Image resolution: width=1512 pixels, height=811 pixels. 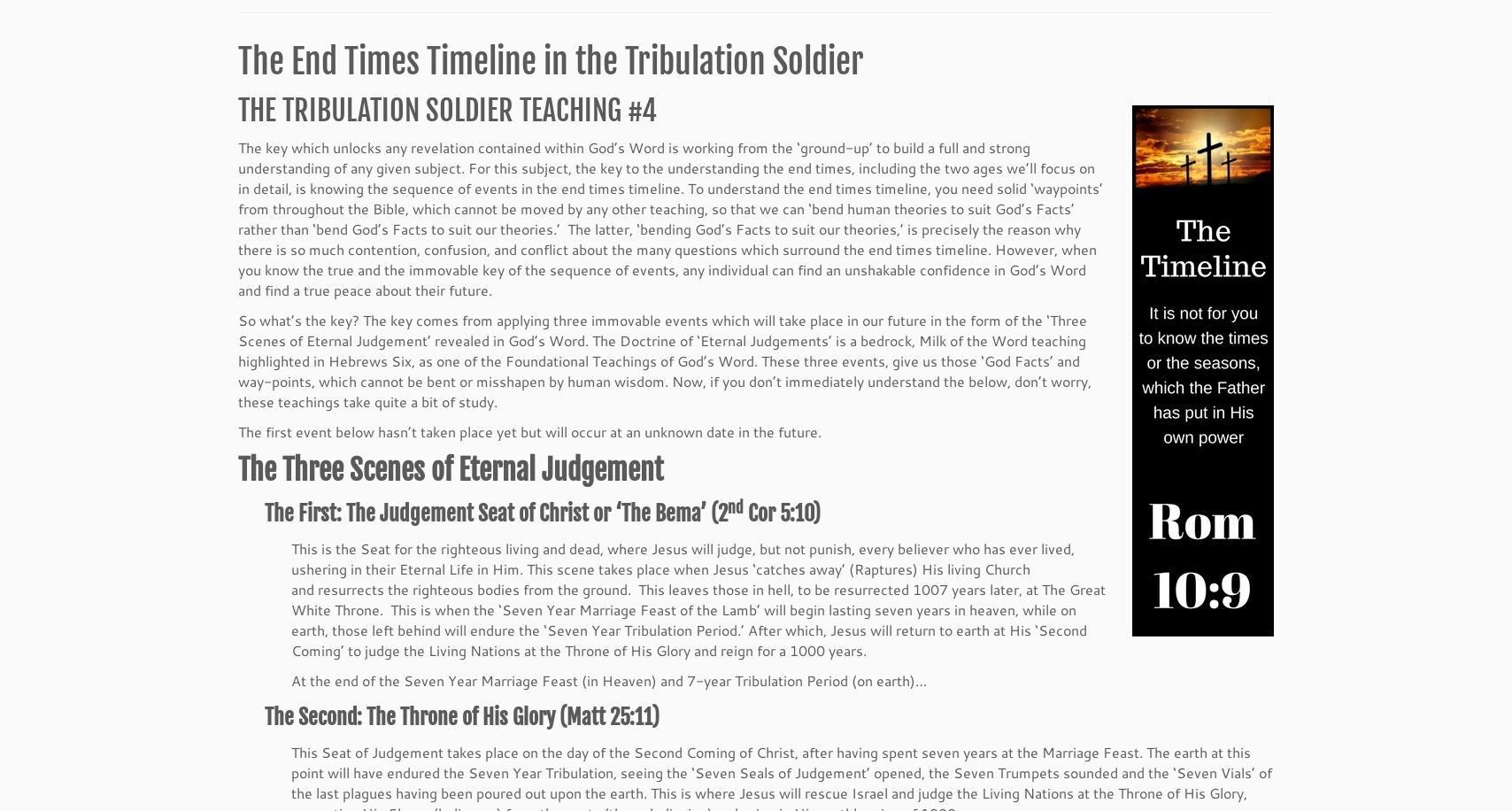 I want to click on 'Cor 5:10)', so click(x=781, y=515).